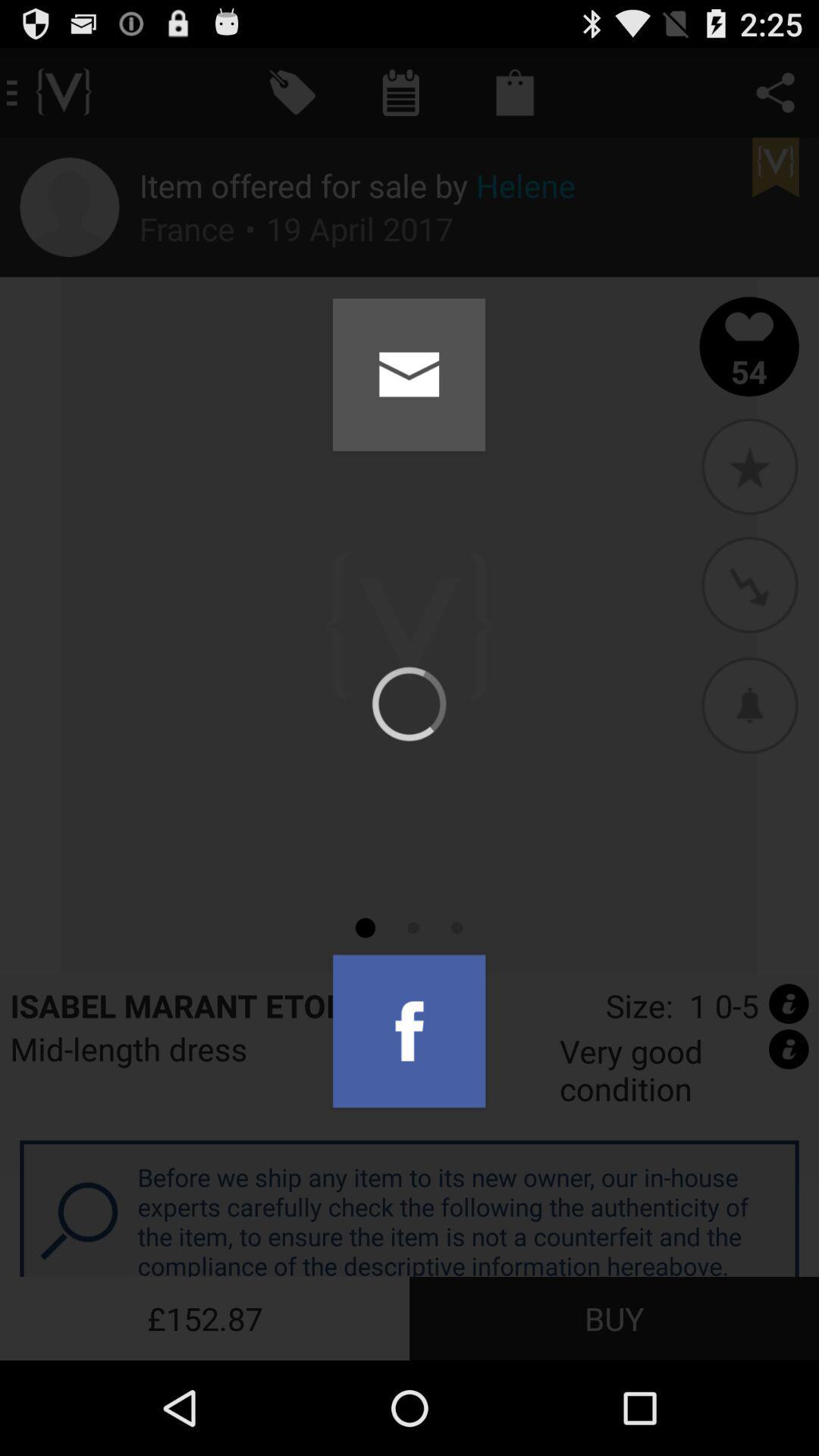 The width and height of the screenshot is (819, 1456). What do you see at coordinates (748, 704) in the screenshot?
I see `app above size 1 0 app` at bounding box center [748, 704].